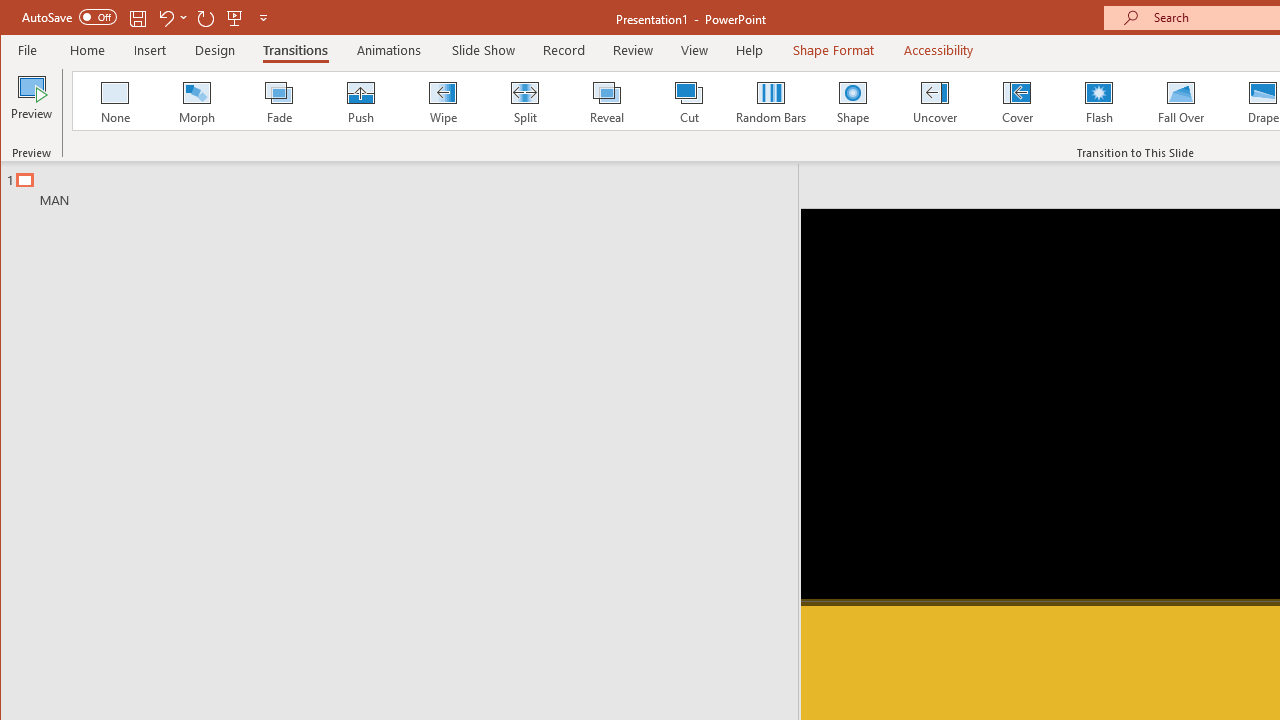  I want to click on 'Redo', so click(206, 17).